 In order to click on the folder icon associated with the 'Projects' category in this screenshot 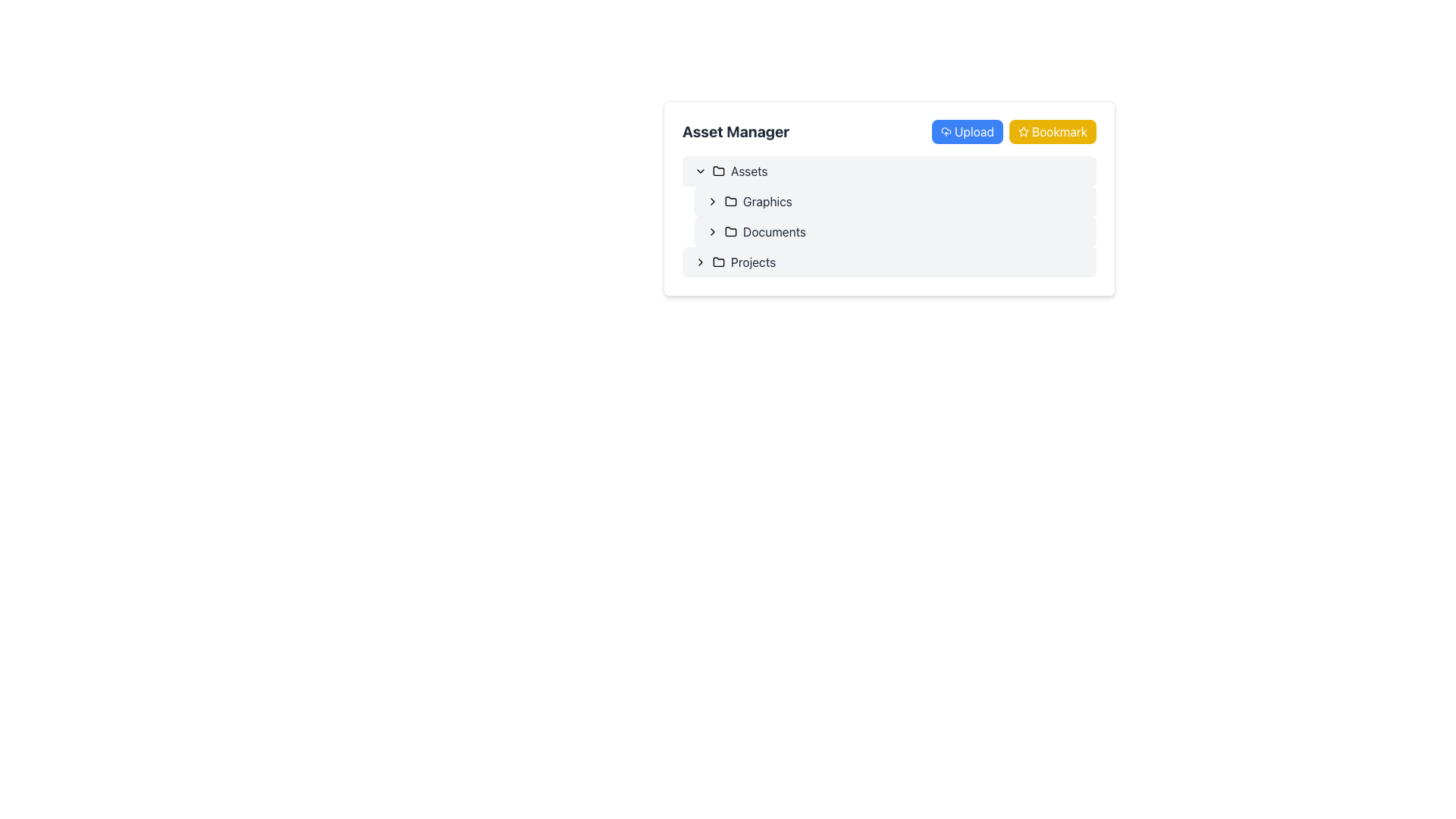, I will do `click(718, 262)`.